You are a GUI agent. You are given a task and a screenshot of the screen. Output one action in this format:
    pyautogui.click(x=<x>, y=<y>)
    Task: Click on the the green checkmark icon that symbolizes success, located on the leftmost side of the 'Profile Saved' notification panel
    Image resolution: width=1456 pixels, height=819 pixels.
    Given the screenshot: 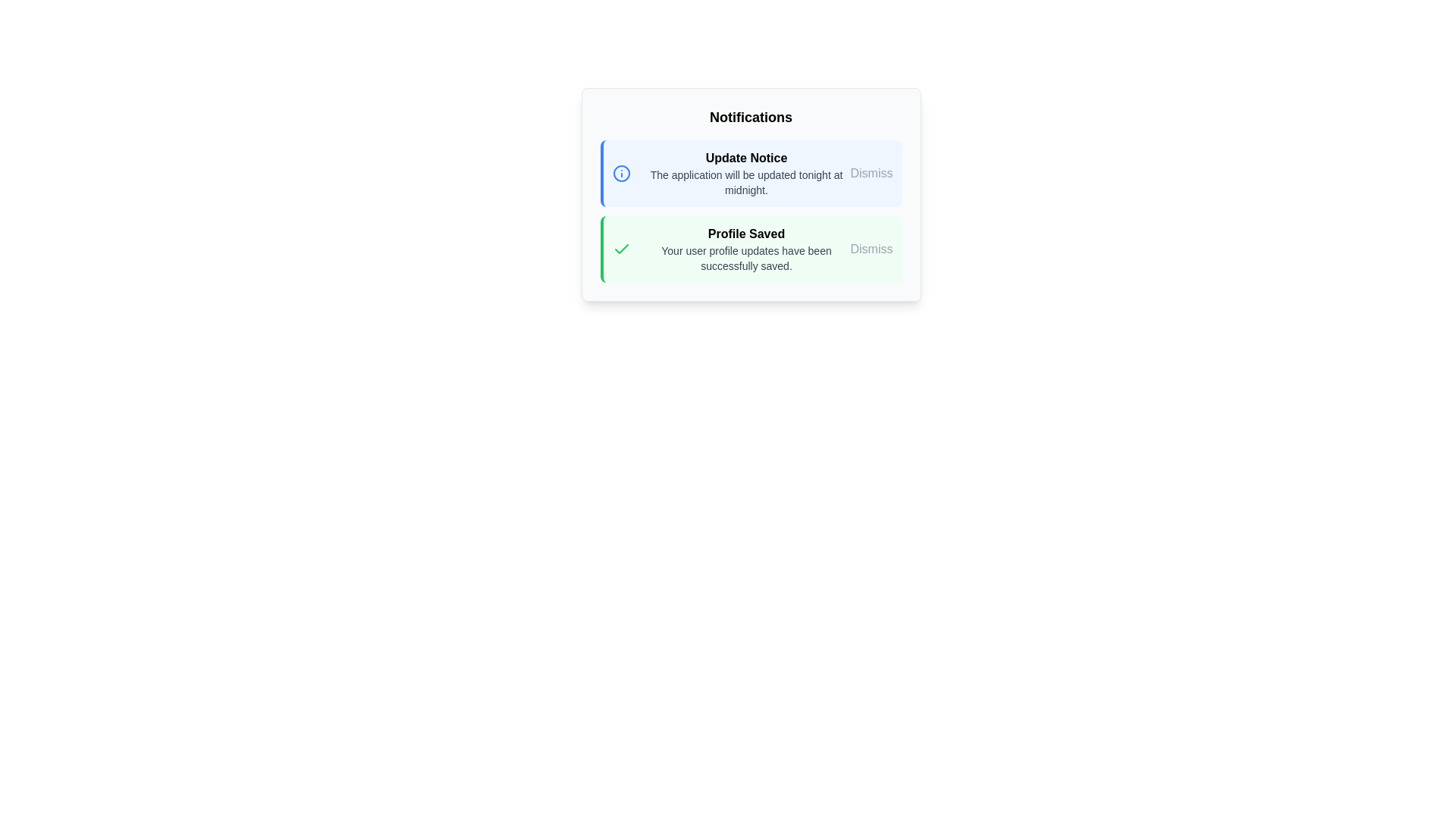 What is the action you would take?
    pyautogui.click(x=621, y=248)
    